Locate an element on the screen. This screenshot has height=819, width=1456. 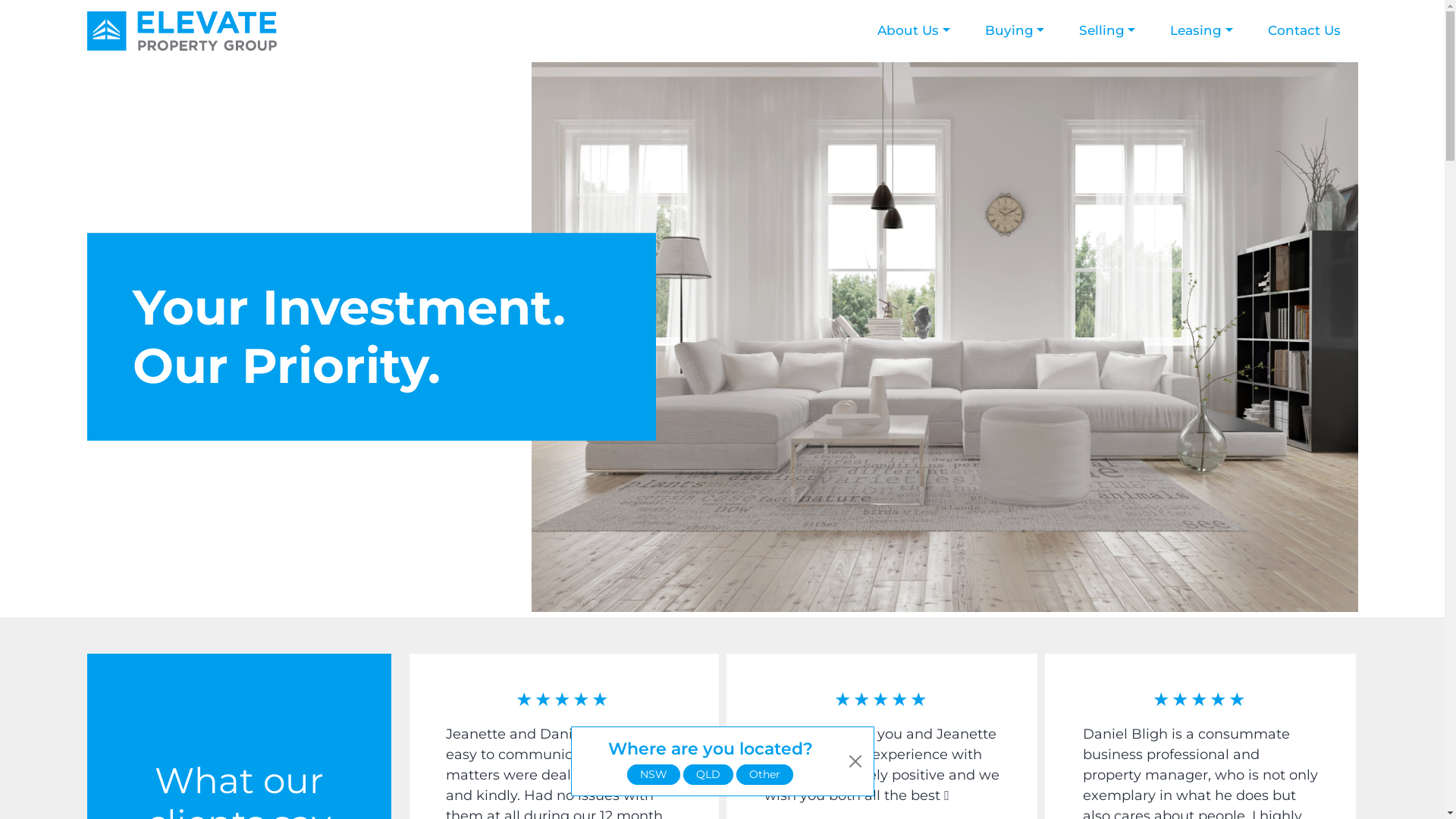
'NSW' is located at coordinates (654, 774).